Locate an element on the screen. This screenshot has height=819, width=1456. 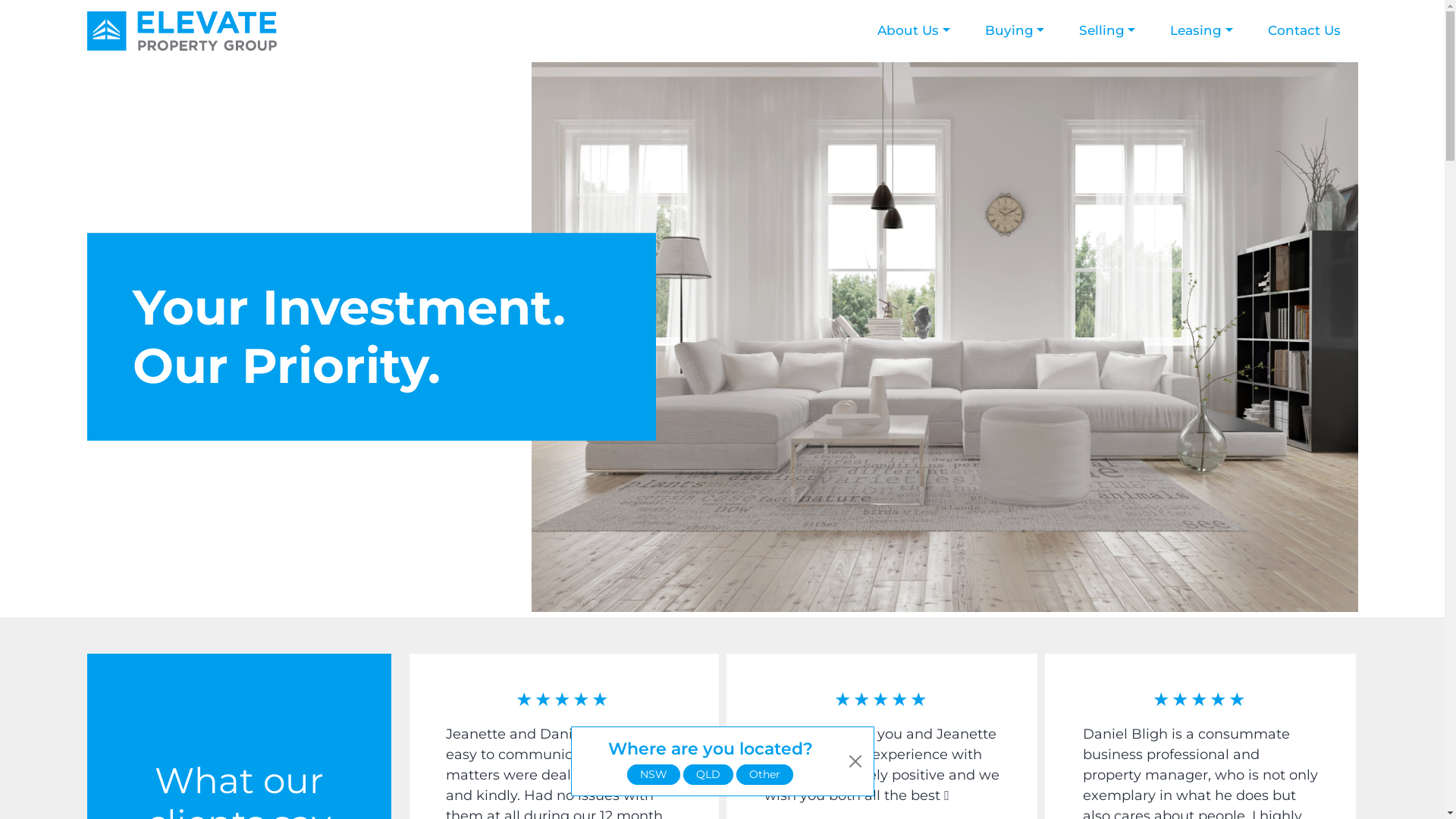
'NSW' is located at coordinates (654, 774).